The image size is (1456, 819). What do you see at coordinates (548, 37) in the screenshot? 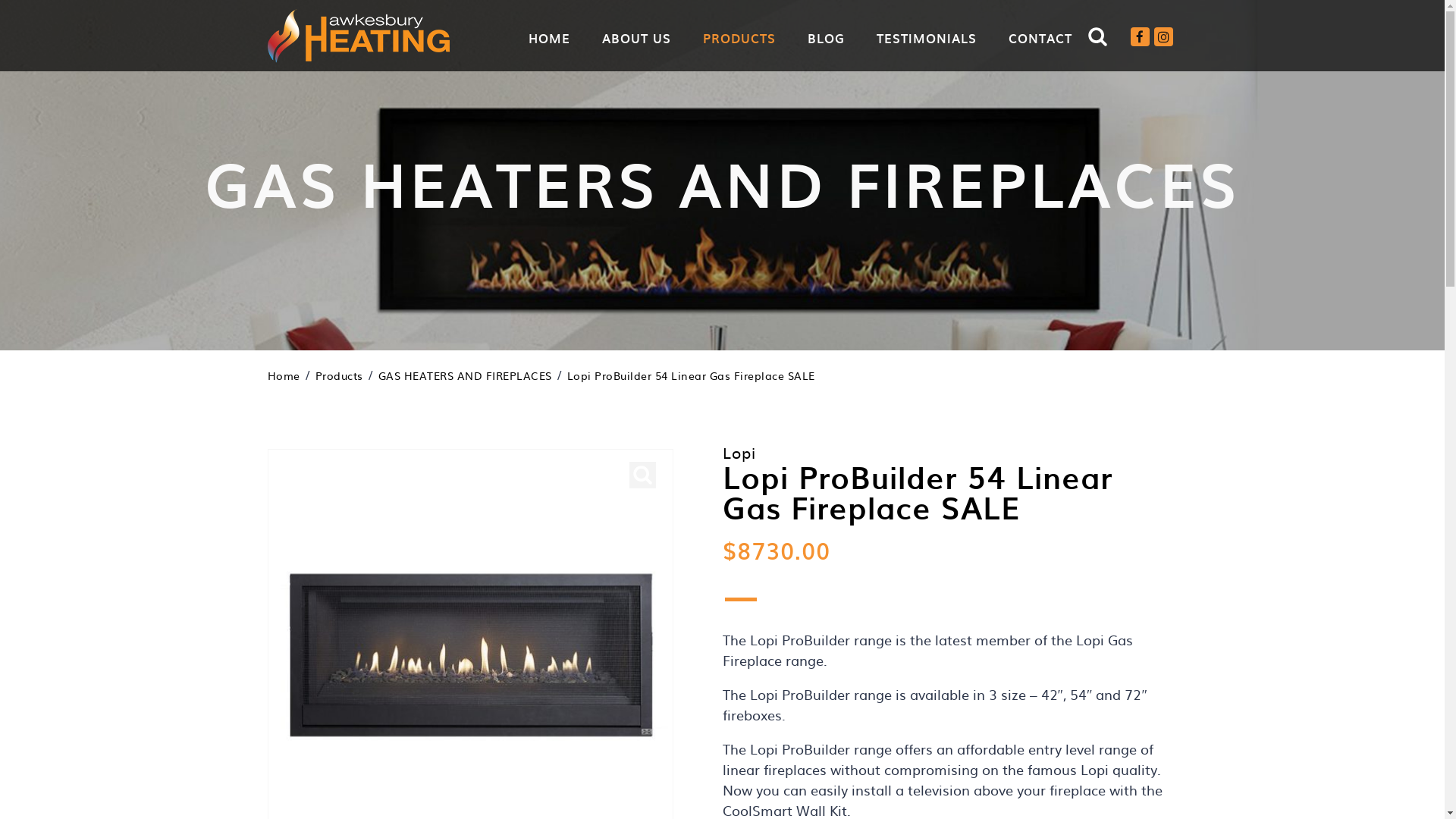
I see `'HOME'` at bounding box center [548, 37].